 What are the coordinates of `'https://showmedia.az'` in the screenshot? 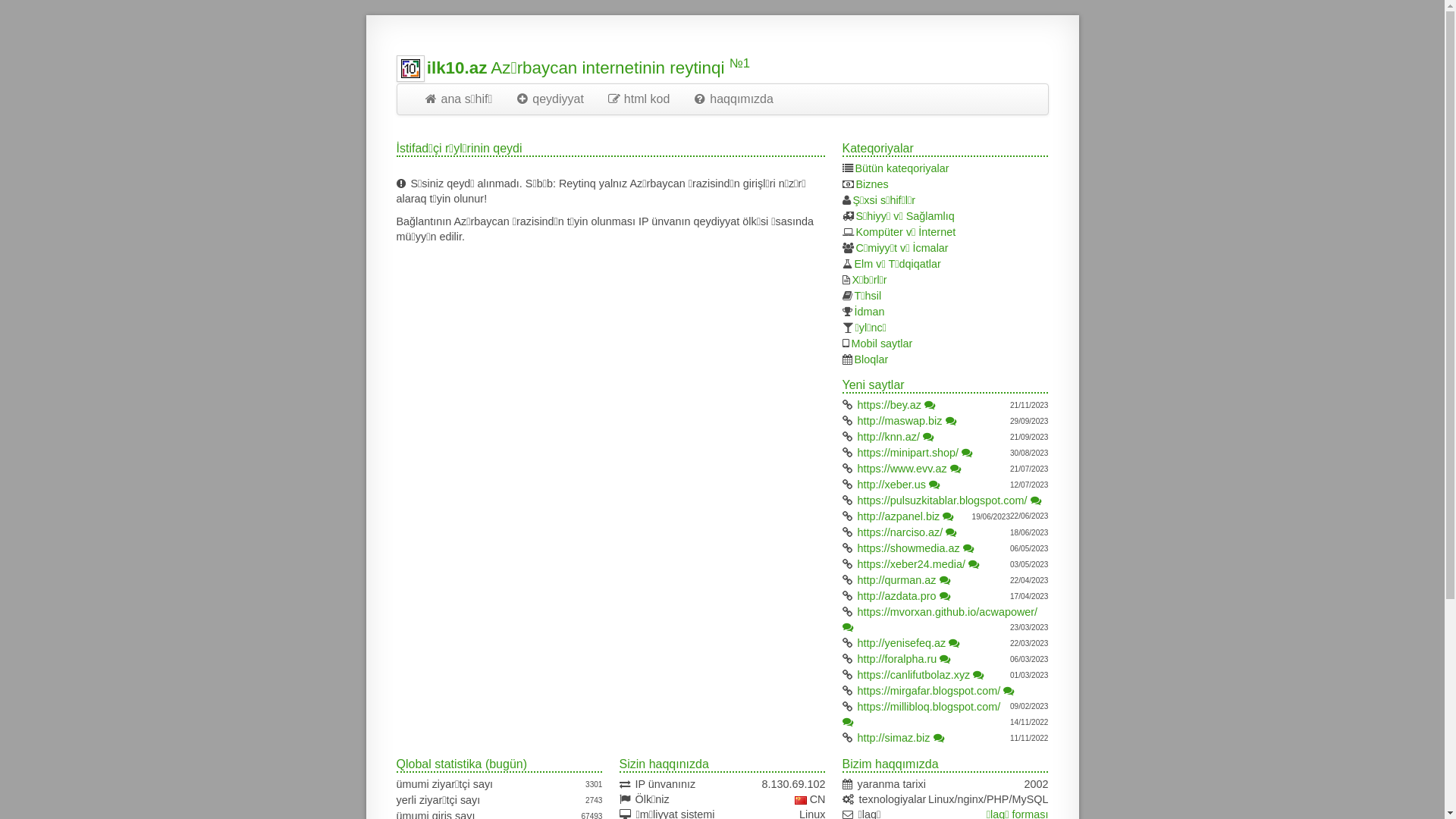 It's located at (908, 548).